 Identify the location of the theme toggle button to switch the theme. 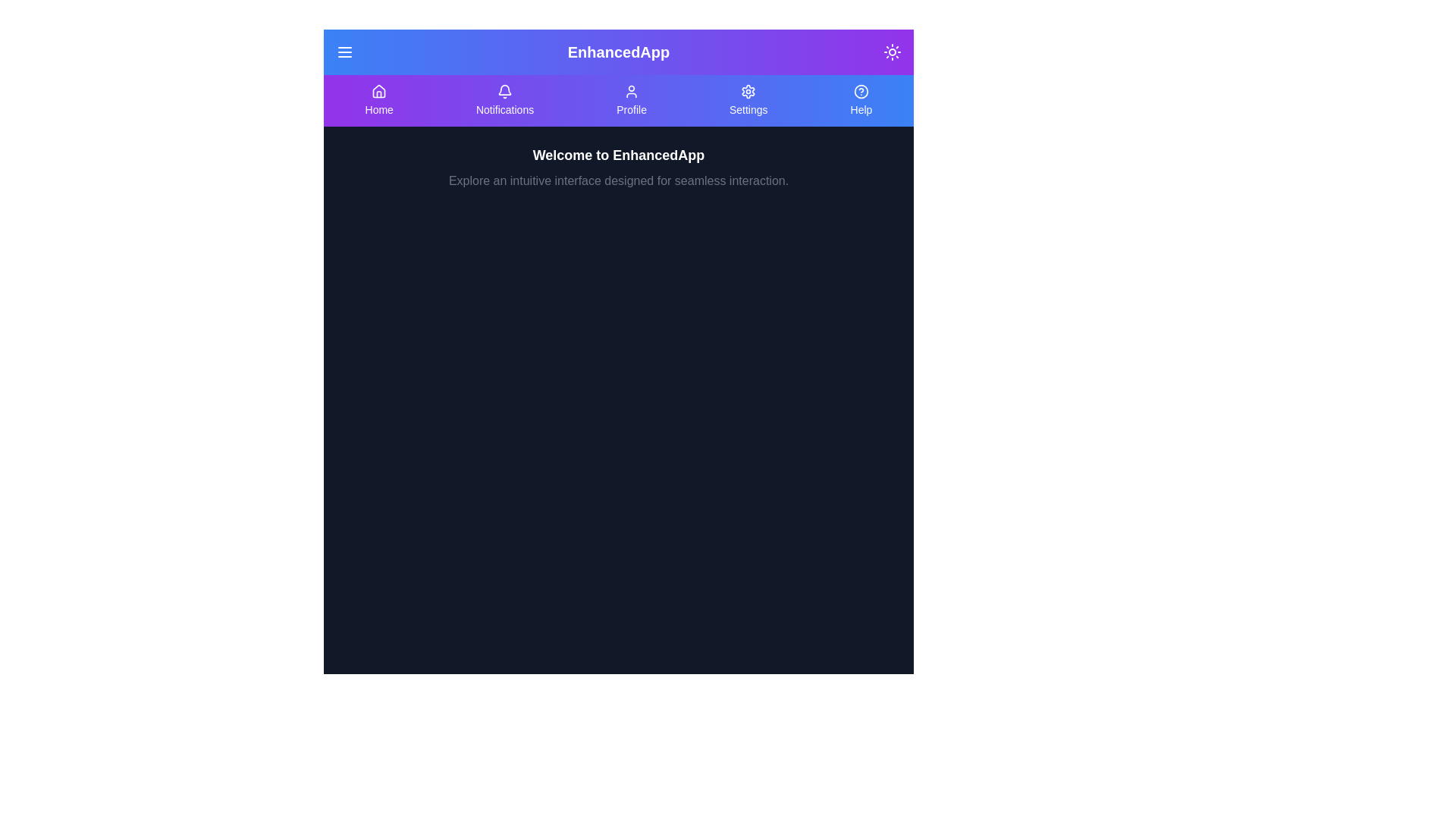
(892, 52).